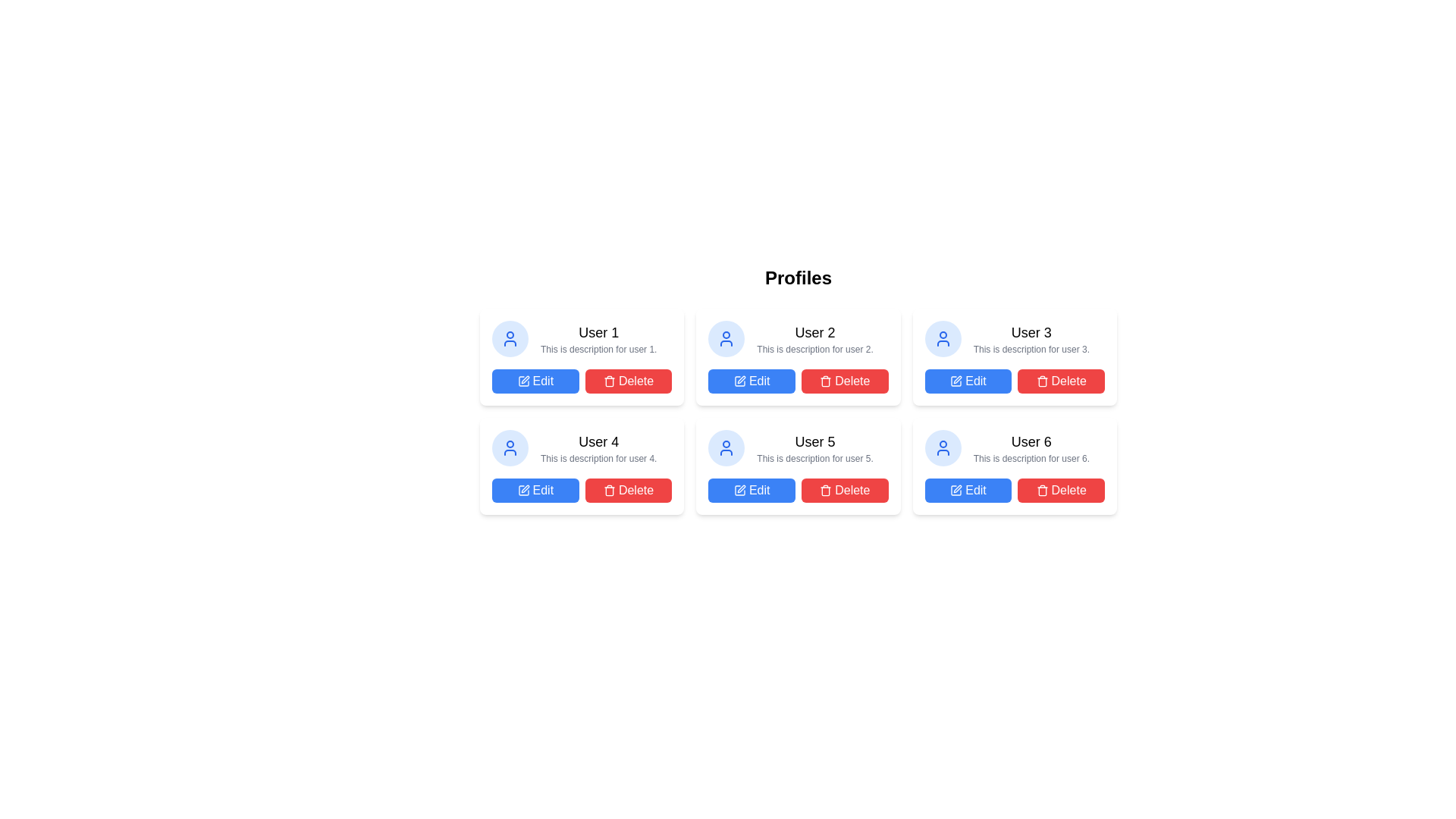  What do you see at coordinates (797, 338) in the screenshot?
I see `the Profile card element that contains user details, positioned in the second slot of the top row, between 'User 1' and 'User 3'` at bounding box center [797, 338].